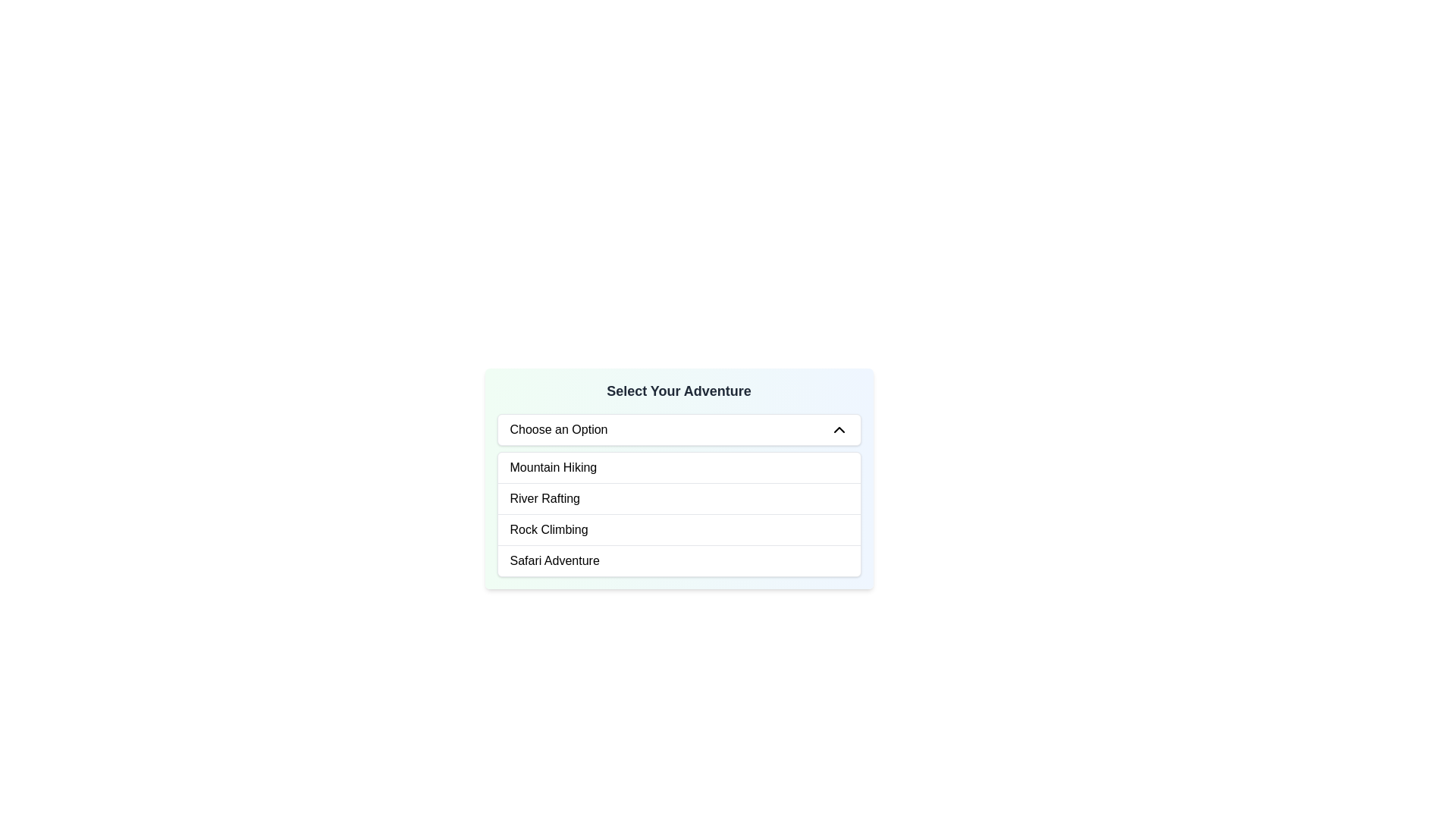  Describe the element at coordinates (678, 498) in the screenshot. I see `the 'River Rafting' list item in the dropdown menu` at that location.